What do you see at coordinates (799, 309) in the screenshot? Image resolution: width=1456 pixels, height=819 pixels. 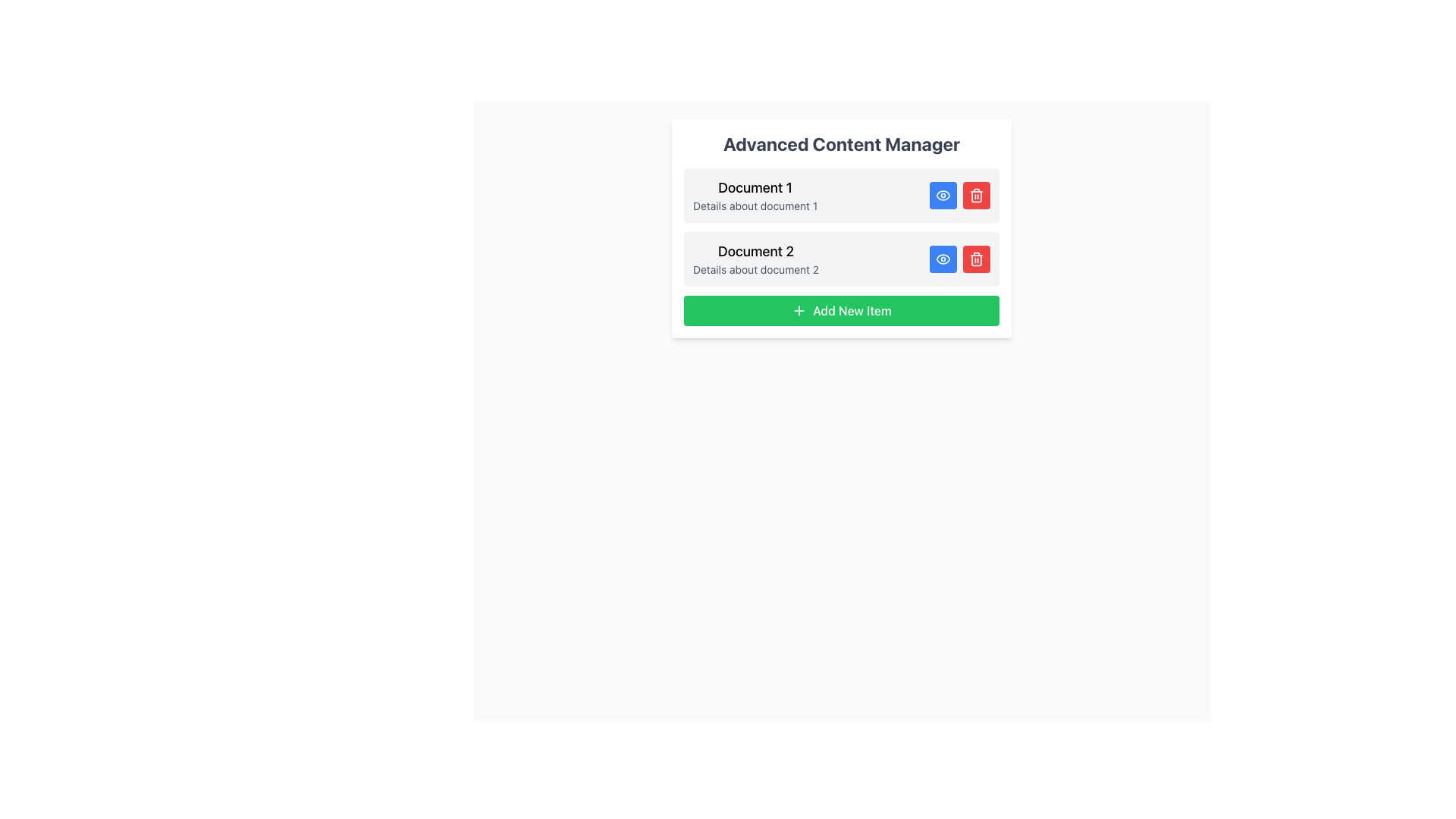 I see `the plus sign icon within the 'Add New Item' button, which is located at the bottom of the document management section` at bounding box center [799, 309].